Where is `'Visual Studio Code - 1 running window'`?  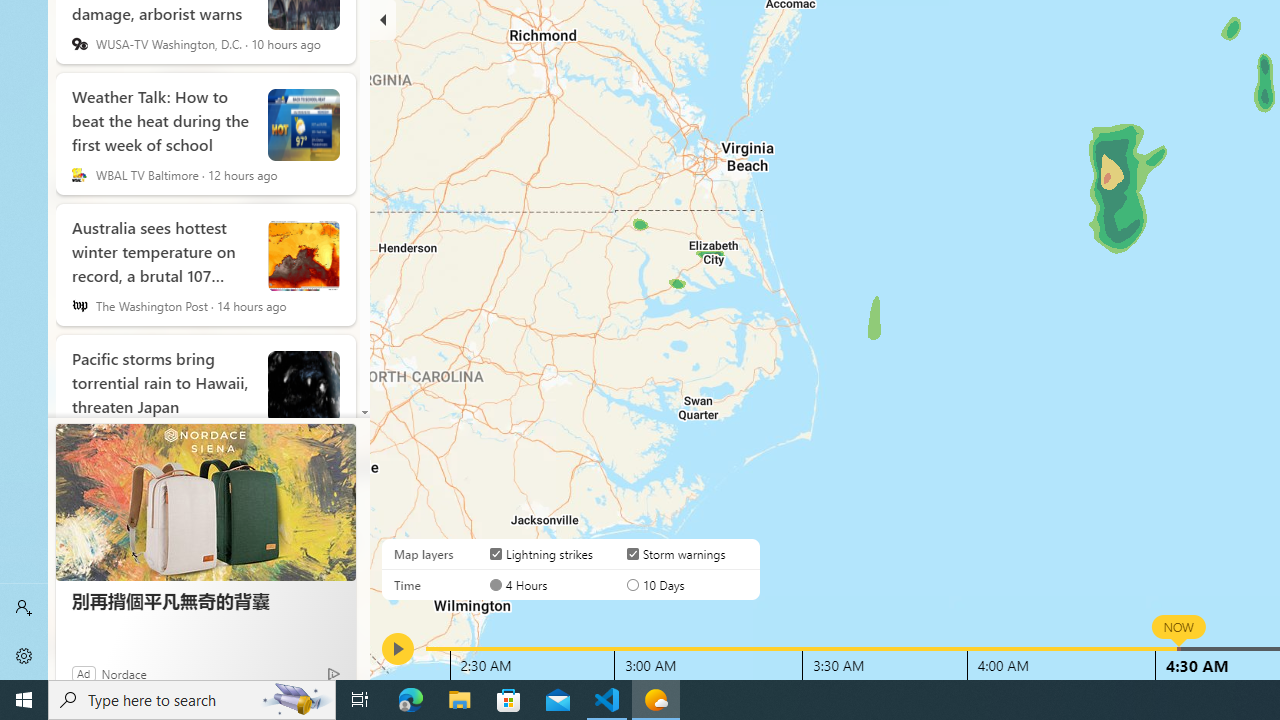
'Visual Studio Code - 1 running window' is located at coordinates (606, 698).